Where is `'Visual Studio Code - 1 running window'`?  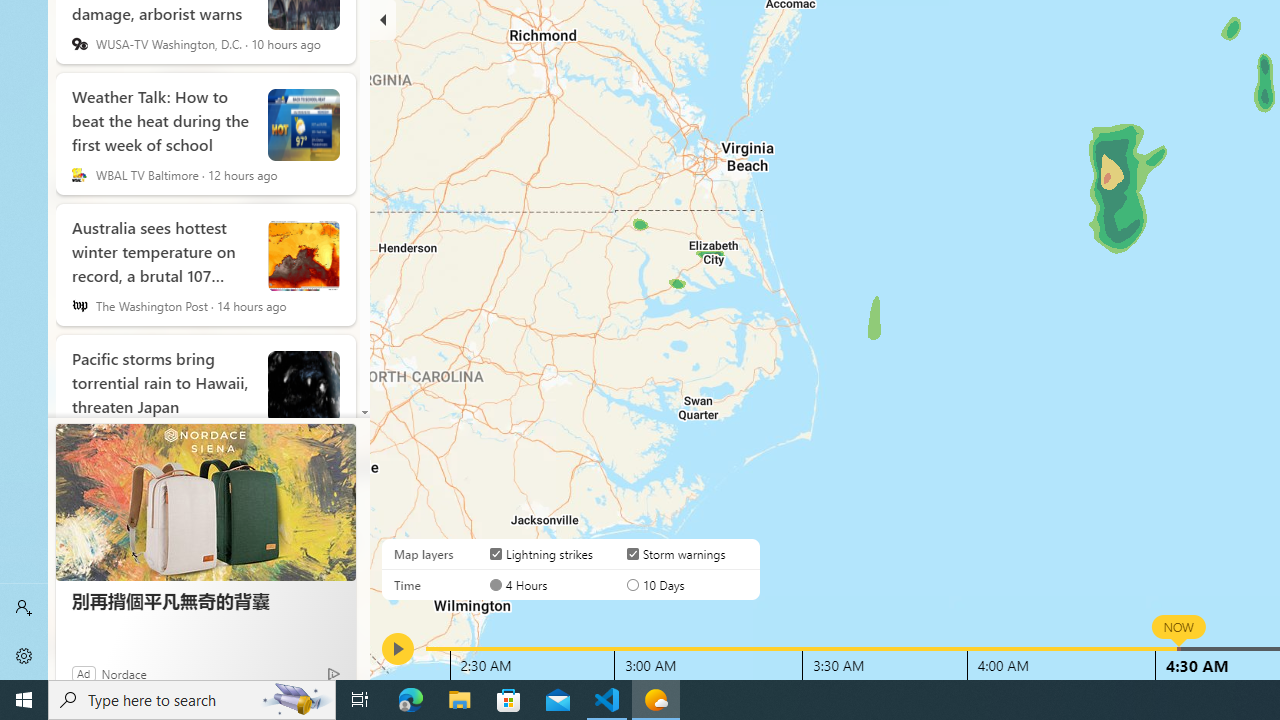
'Visual Studio Code - 1 running window' is located at coordinates (606, 698).